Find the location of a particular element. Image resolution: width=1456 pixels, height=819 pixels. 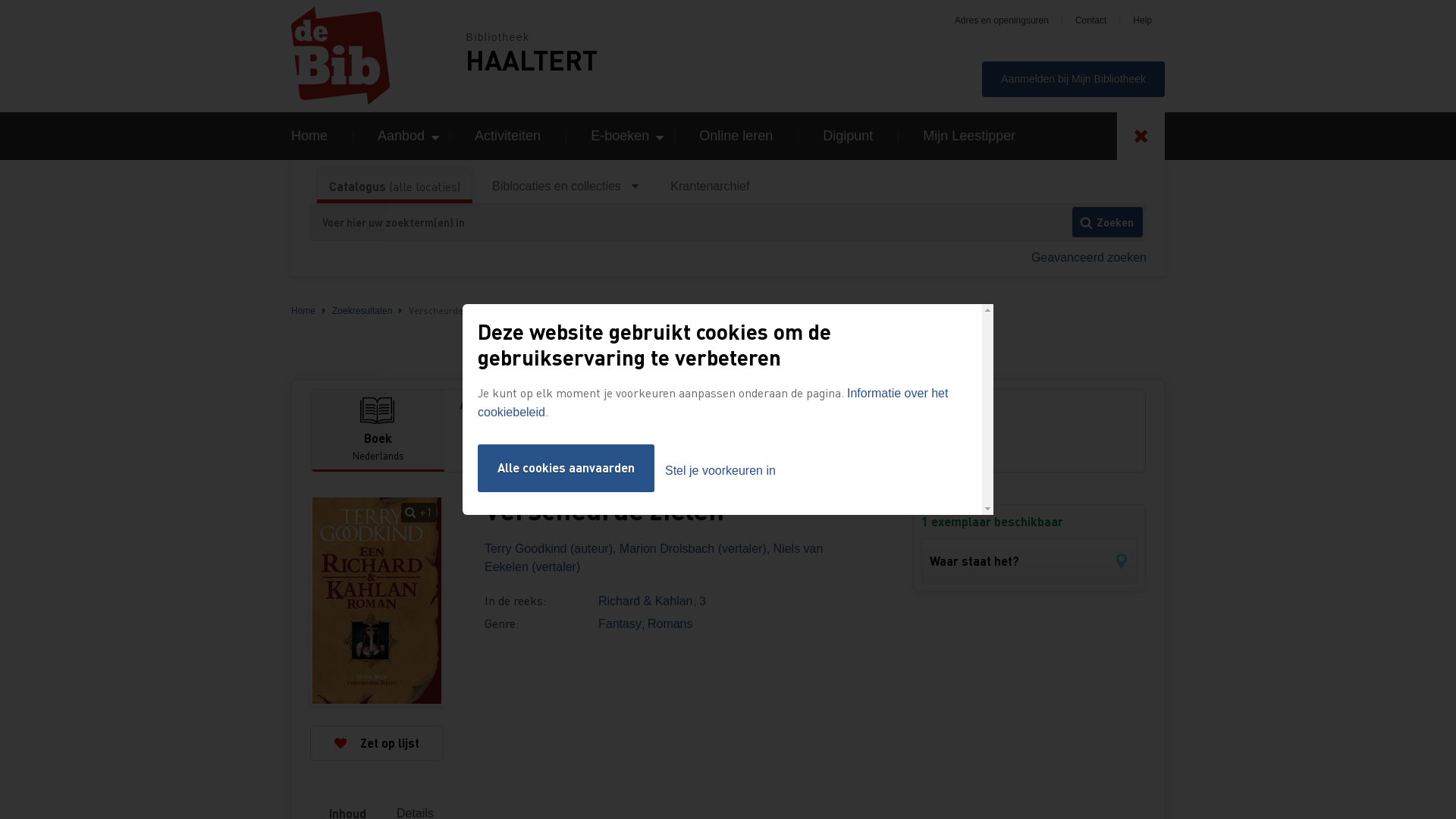

'Mijn Leestipper' is located at coordinates (968, 135).